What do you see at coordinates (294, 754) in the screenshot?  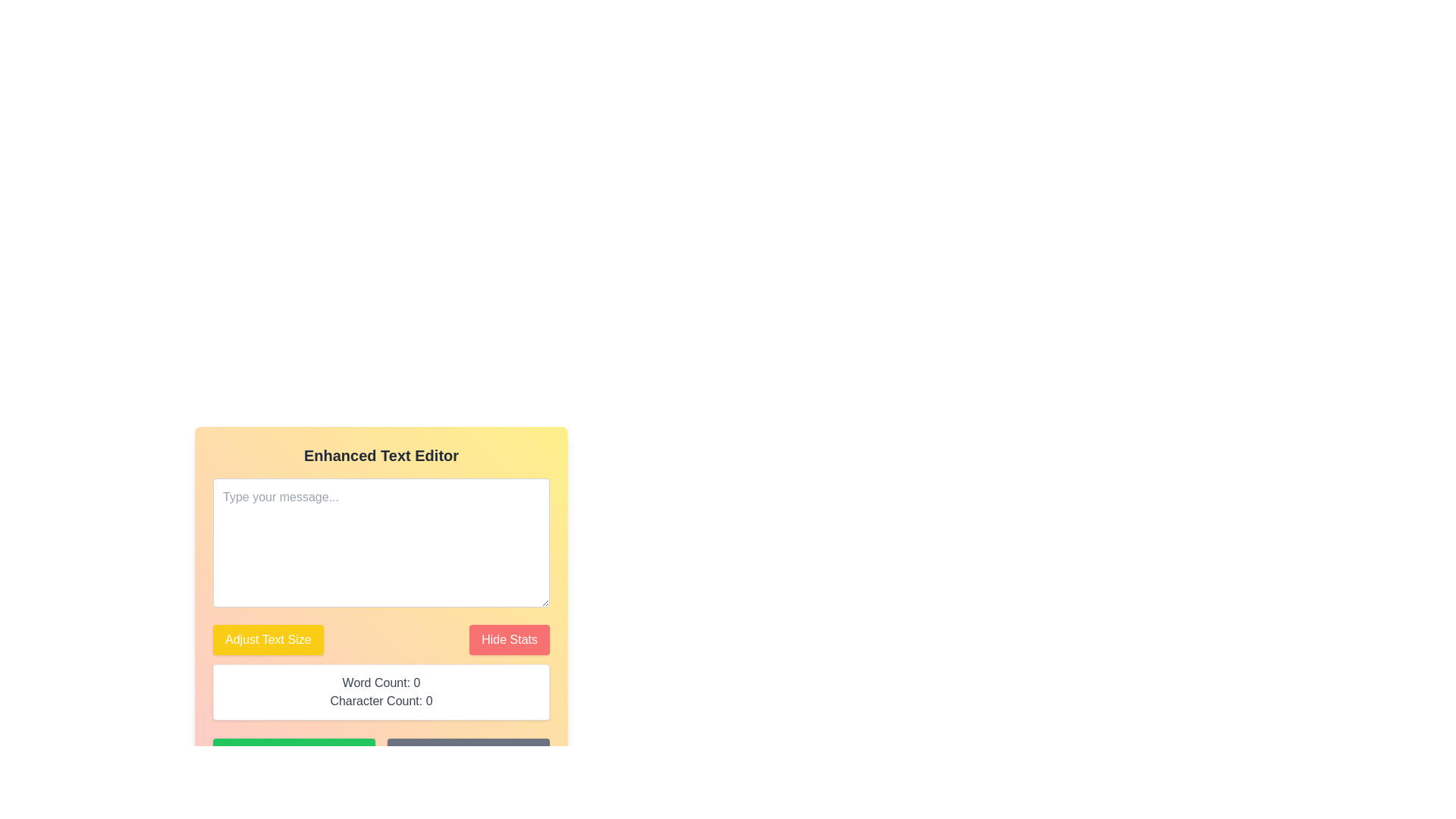 I see `the 'Save' button located at the bottom left of the editor panel` at bounding box center [294, 754].